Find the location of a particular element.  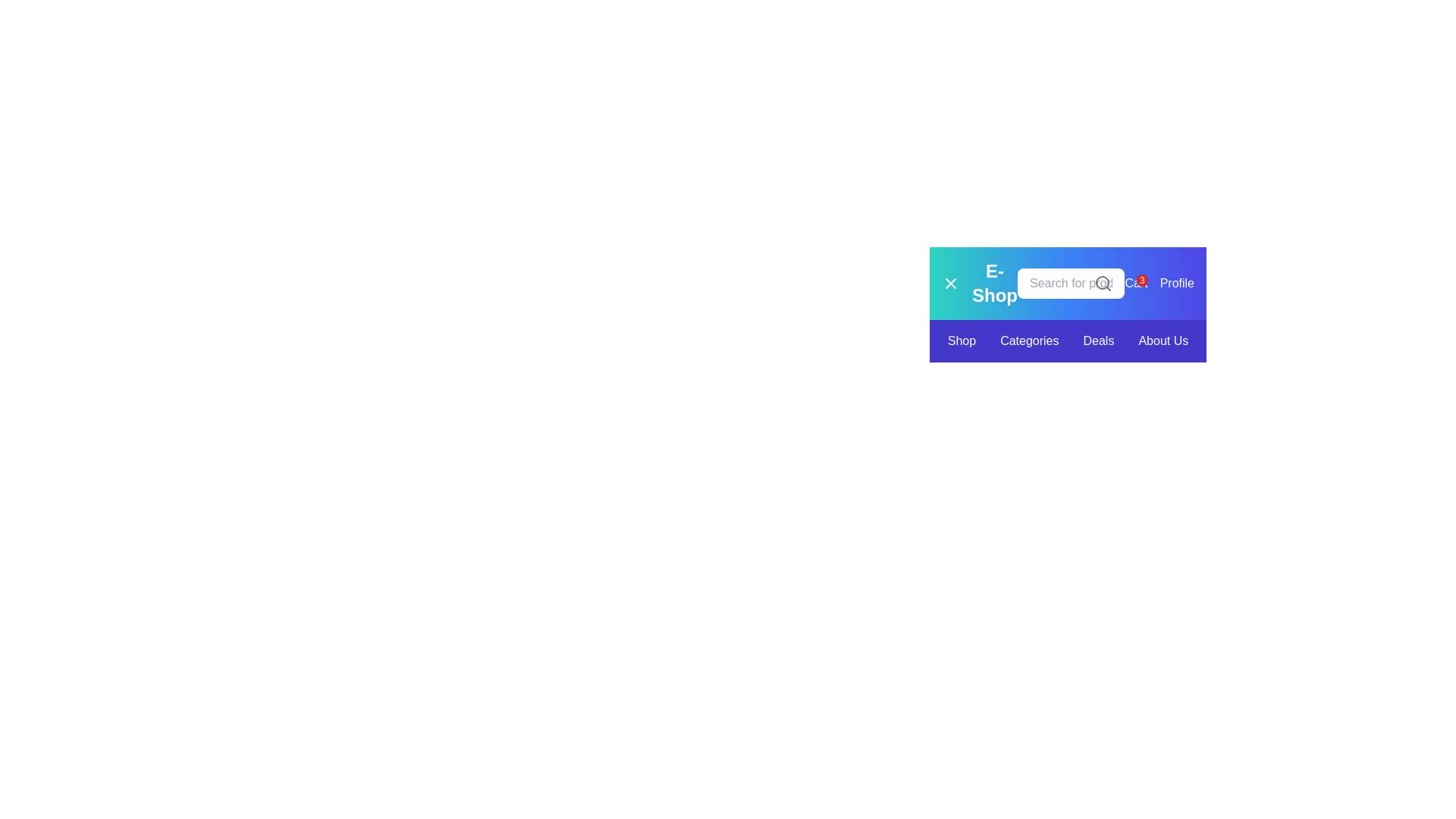

the hyperlink in the navigation bar that directs users to the shop section of the website is located at coordinates (960, 339).